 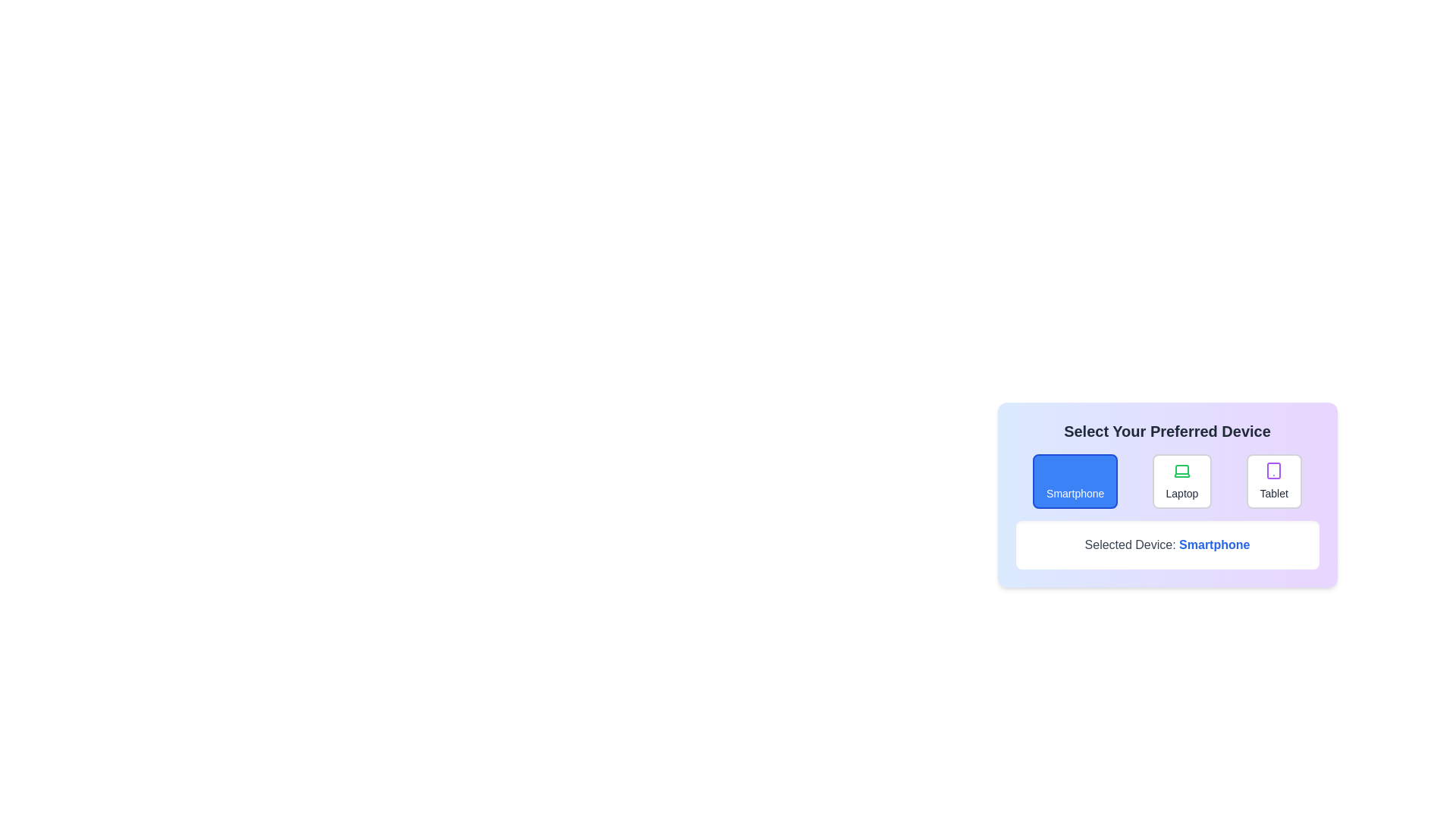 I want to click on the 'Laptop' button in the device selection group to trigger the animation, so click(x=1181, y=482).